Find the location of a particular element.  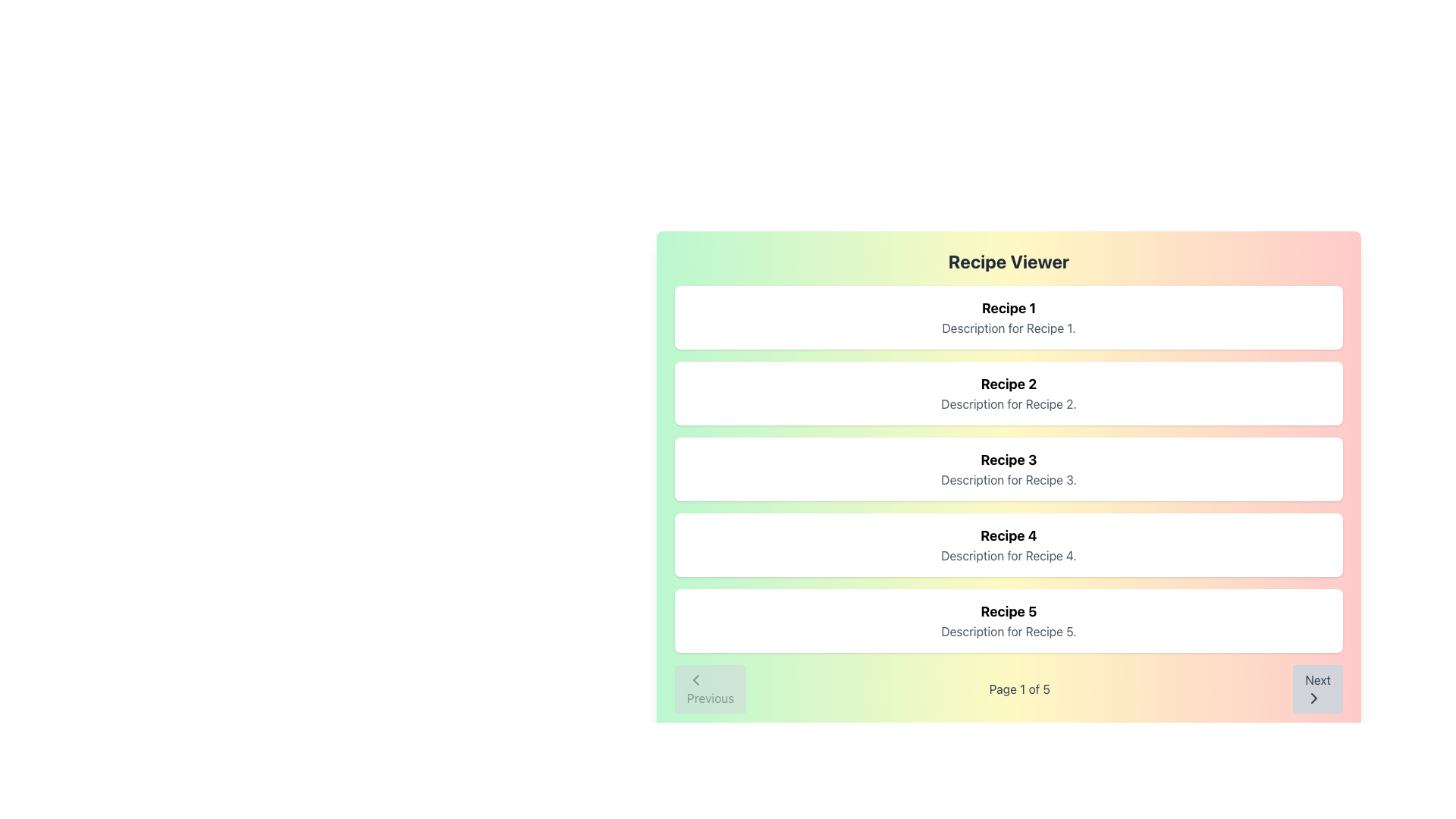

current page status displayed in the pagination control bar, which shows the current page number and total pages, e.g., 'Page 1 of 5' is located at coordinates (1009, 689).